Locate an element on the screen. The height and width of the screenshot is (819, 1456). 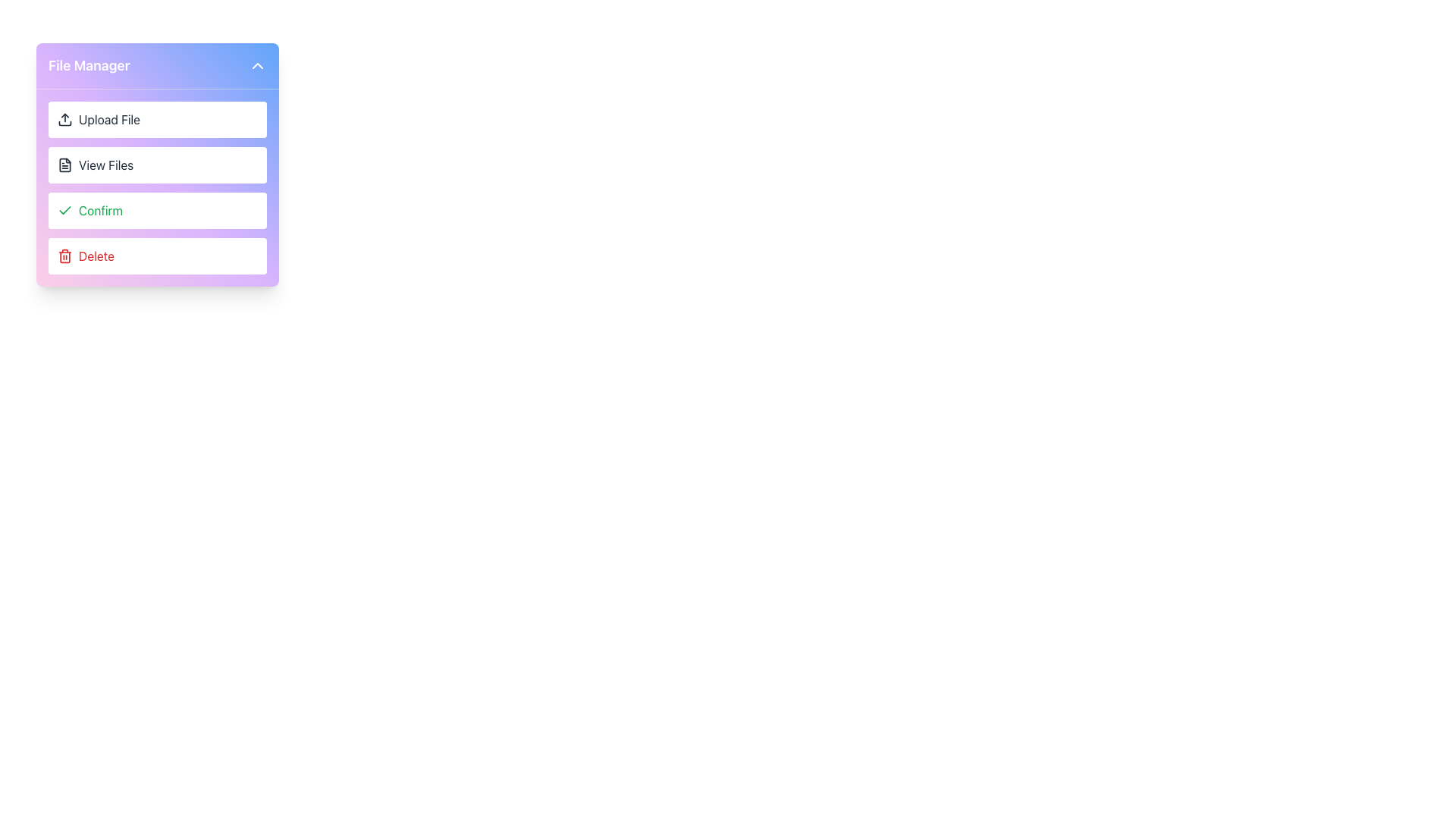
the Header or Label Text located at the top left of the UI section, which serves as a title for the content below is located at coordinates (88, 65).